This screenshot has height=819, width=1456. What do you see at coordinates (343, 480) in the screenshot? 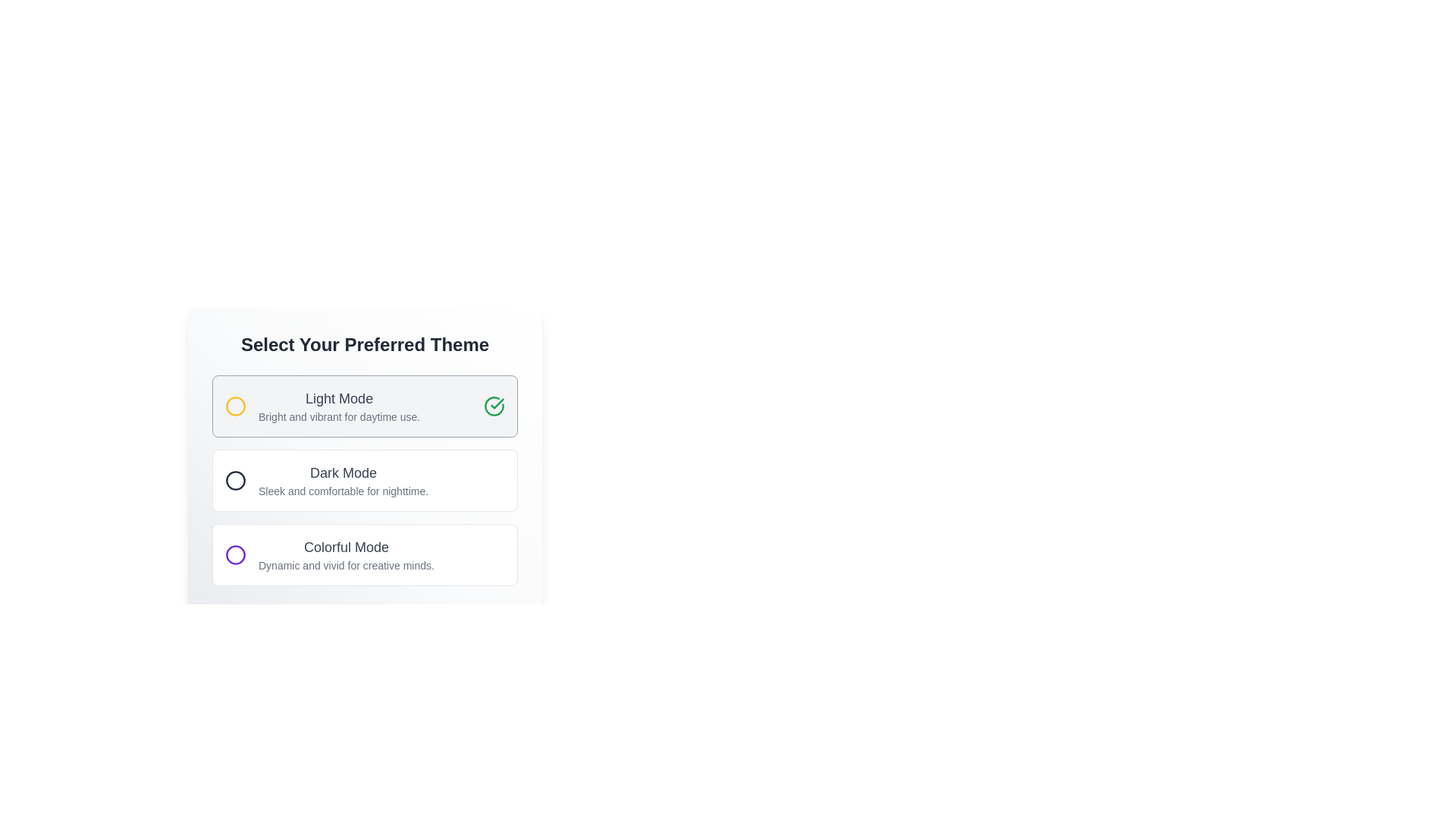
I see `descriptive text for the 'Dark Mode' option, which is the second selectable theme in the list, featuring larger bold text and smaller lighter text underneath` at bounding box center [343, 480].